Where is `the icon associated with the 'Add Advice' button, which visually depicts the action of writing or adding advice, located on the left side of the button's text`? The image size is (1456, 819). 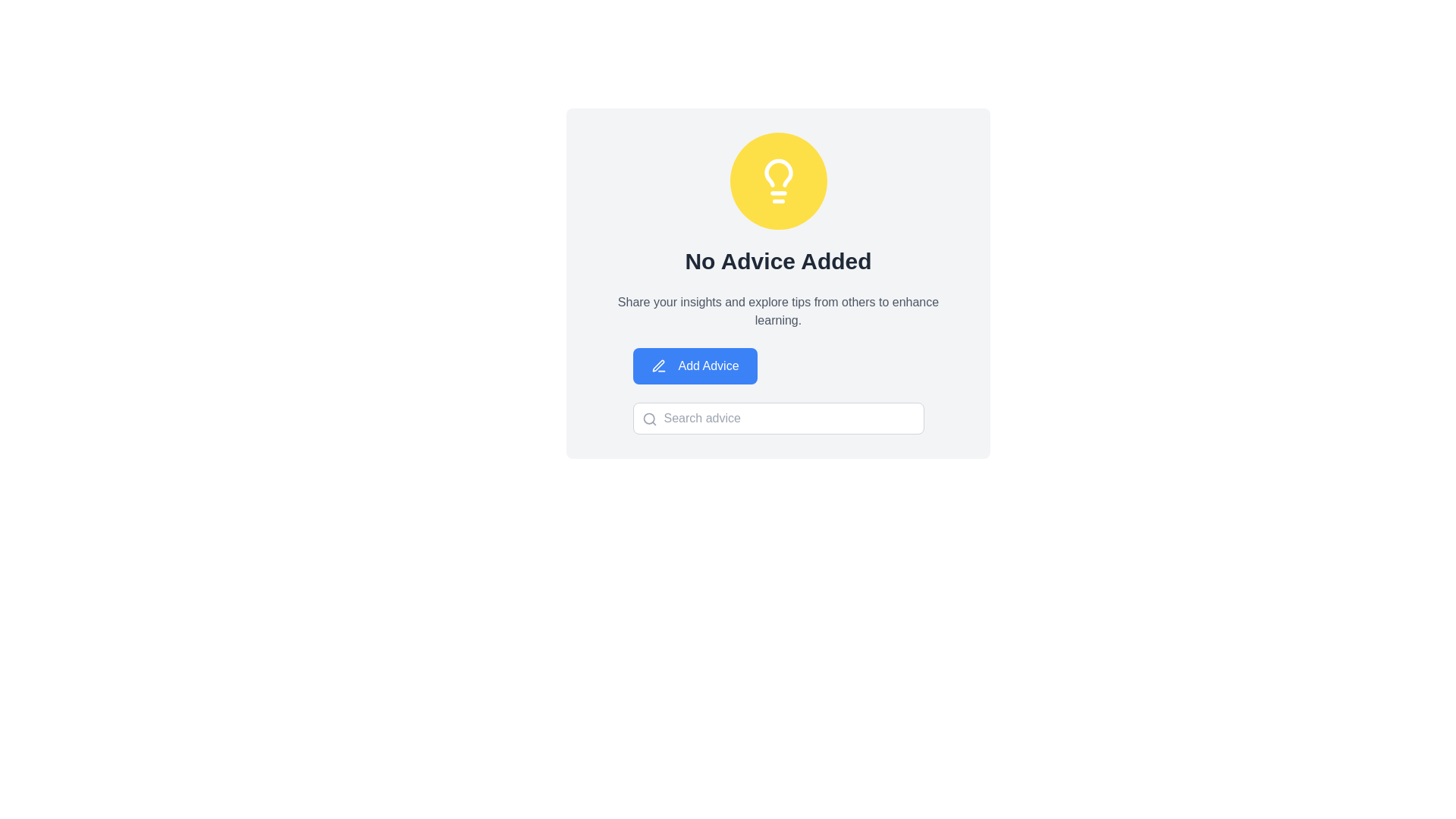 the icon associated with the 'Add Advice' button, which visually depicts the action of writing or adding advice, located on the left side of the button's text is located at coordinates (658, 366).